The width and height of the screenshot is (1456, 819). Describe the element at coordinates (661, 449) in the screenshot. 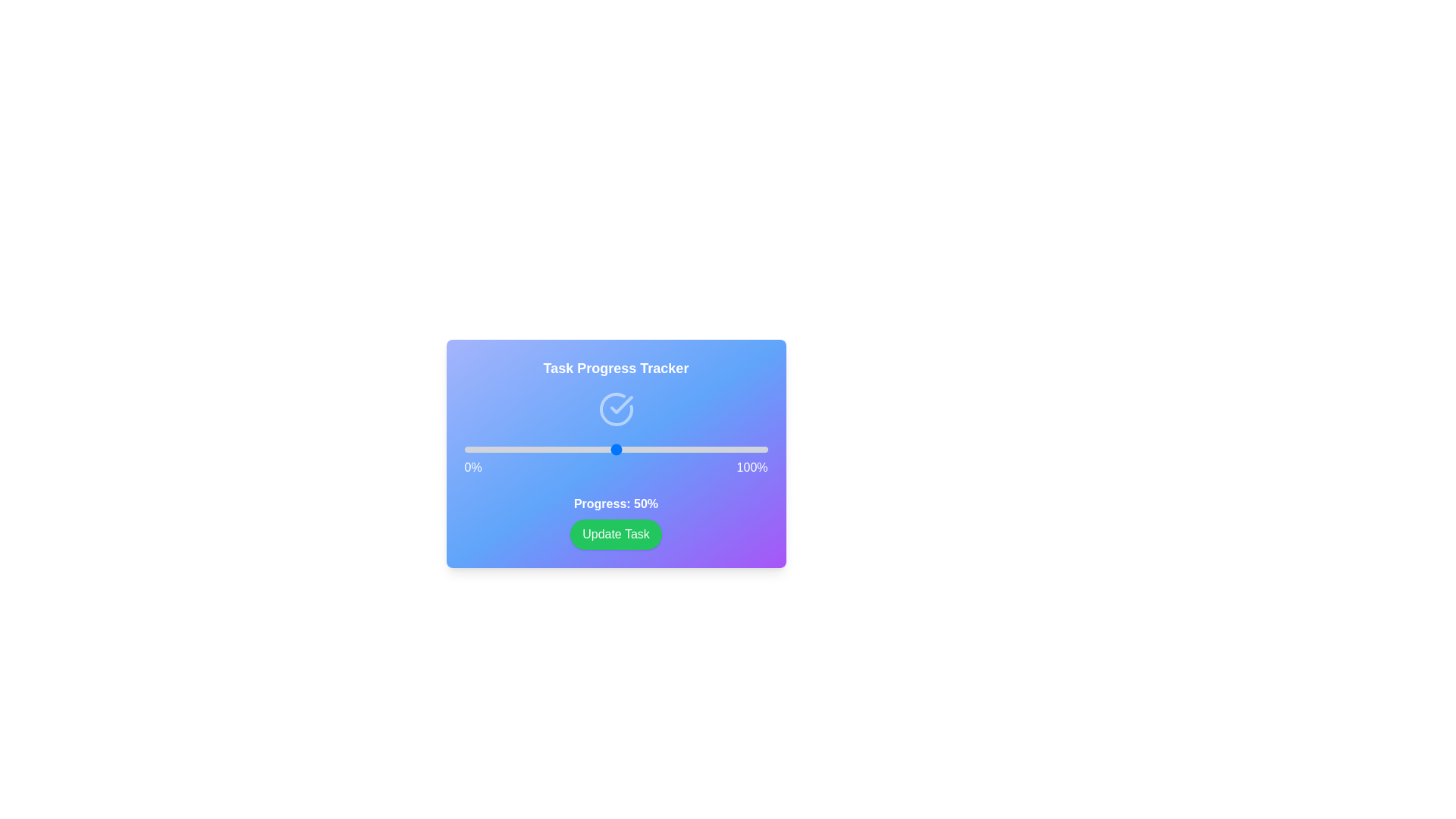

I see `the progress slider to 65%` at that location.